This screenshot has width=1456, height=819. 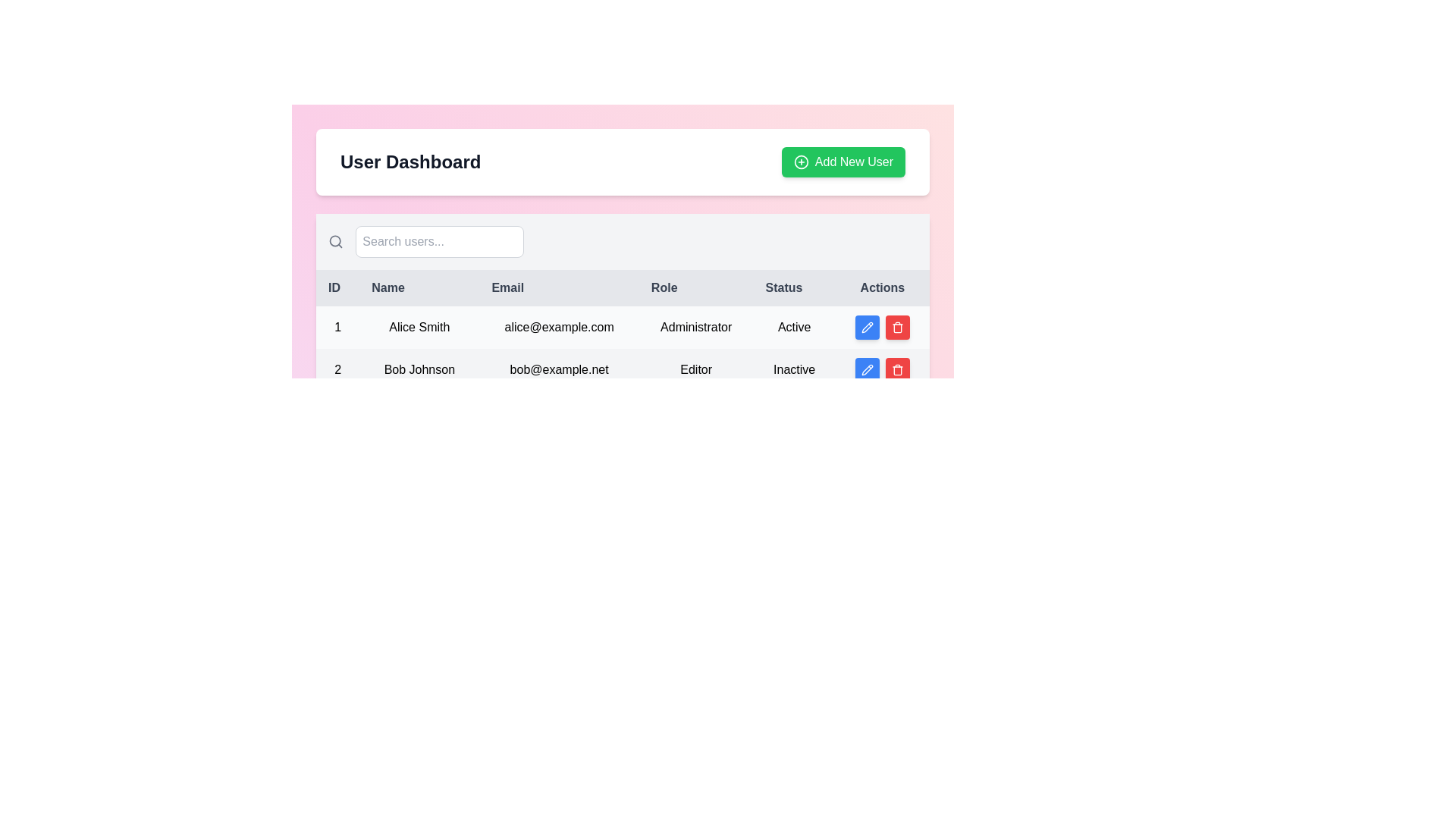 I want to click on the user addition icon located before the 'Add New User' button to visually indicate the action of adding a new user, so click(x=800, y=162).